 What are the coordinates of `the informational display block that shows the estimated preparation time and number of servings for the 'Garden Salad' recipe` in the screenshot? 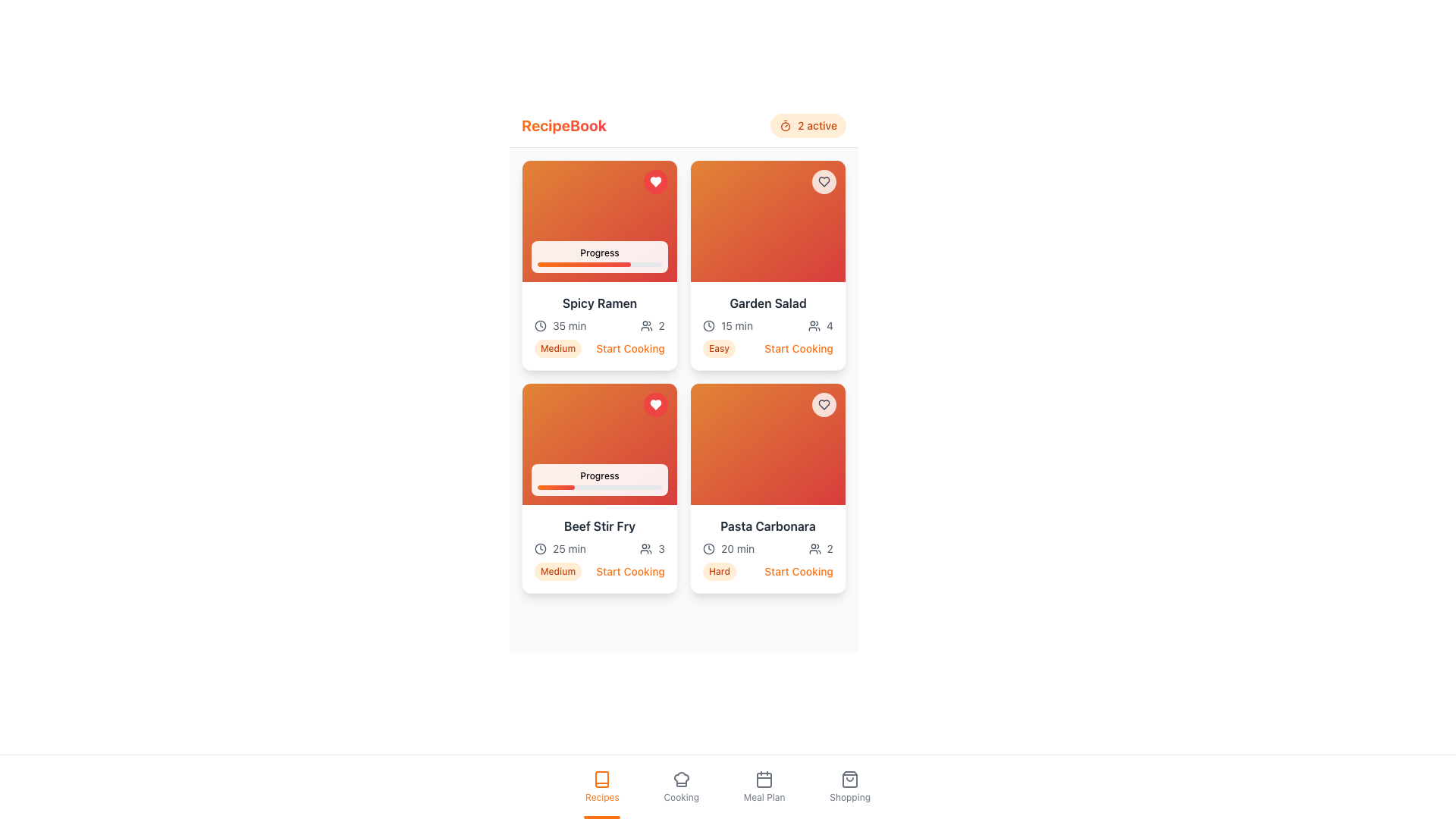 It's located at (767, 325).